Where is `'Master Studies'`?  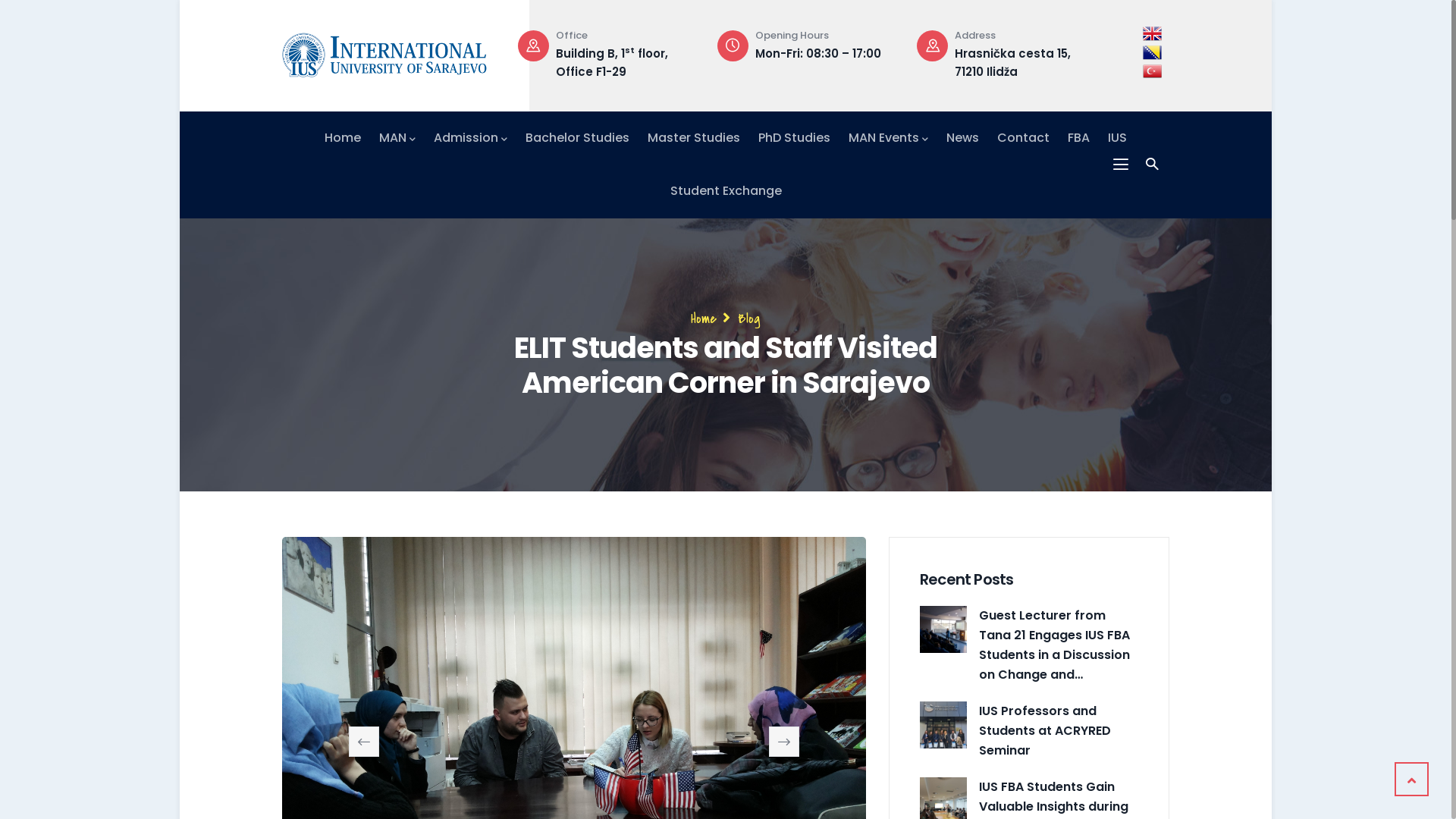
'Master Studies' is located at coordinates (693, 137).